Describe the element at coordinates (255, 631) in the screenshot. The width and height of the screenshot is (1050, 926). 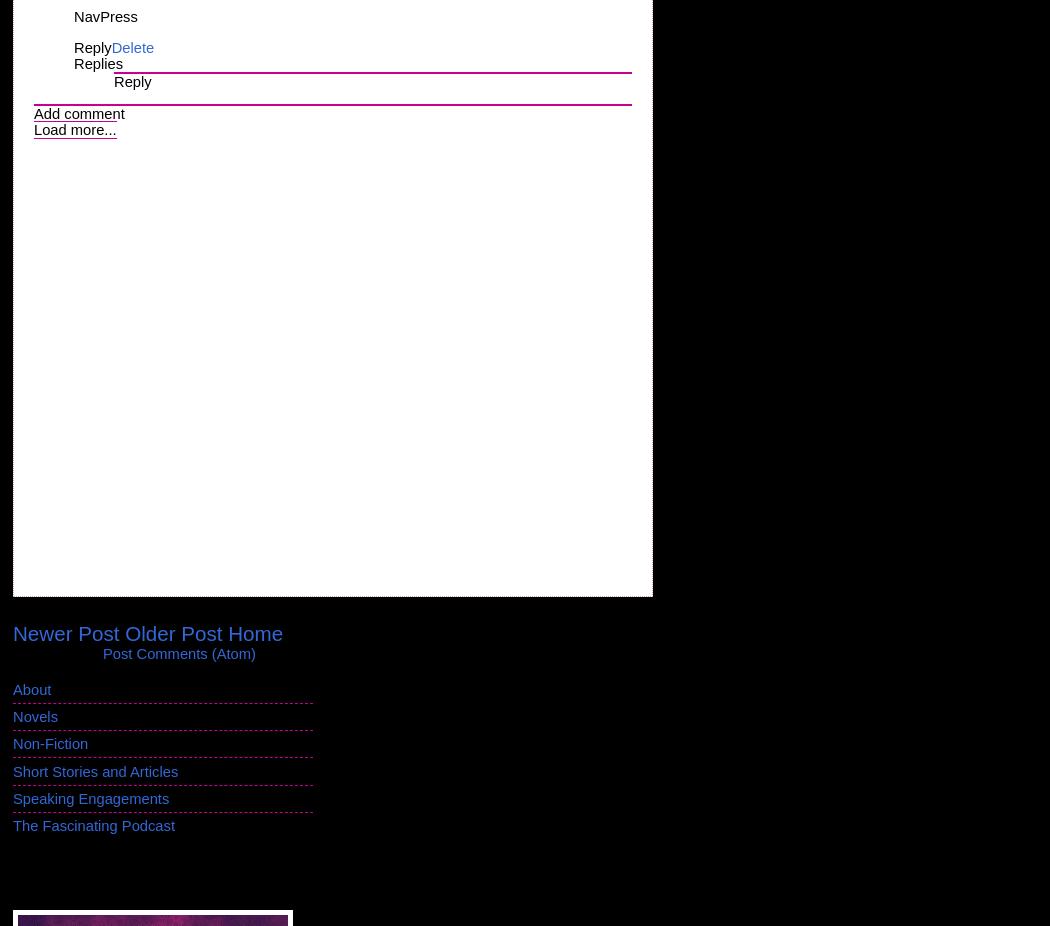
I see `'Home'` at that location.